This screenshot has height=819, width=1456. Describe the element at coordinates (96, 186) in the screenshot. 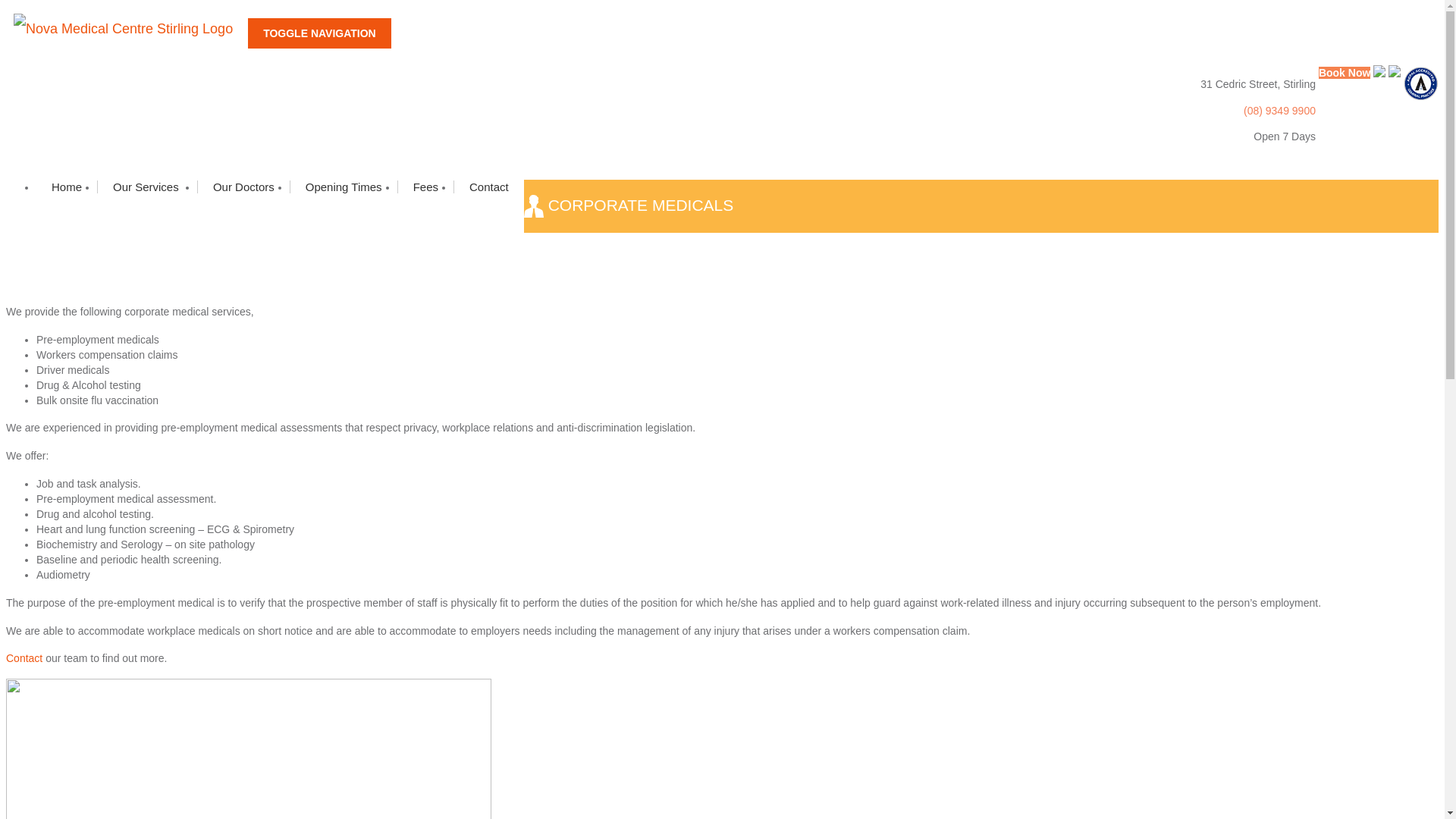

I see `'Our Services'` at that location.